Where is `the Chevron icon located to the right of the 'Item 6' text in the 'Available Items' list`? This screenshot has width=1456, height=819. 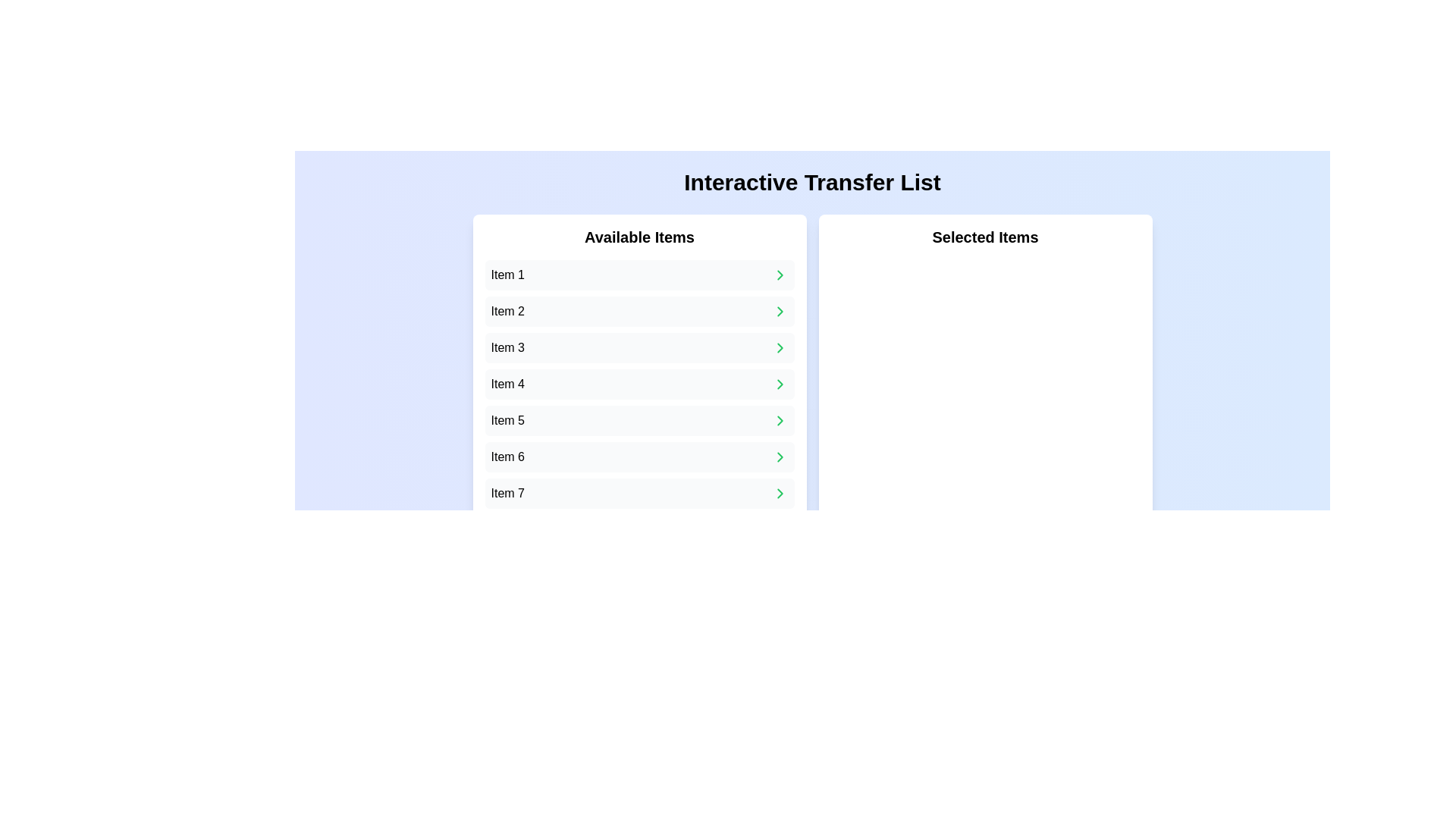 the Chevron icon located to the right of the 'Item 6' text in the 'Available Items' list is located at coordinates (780, 456).